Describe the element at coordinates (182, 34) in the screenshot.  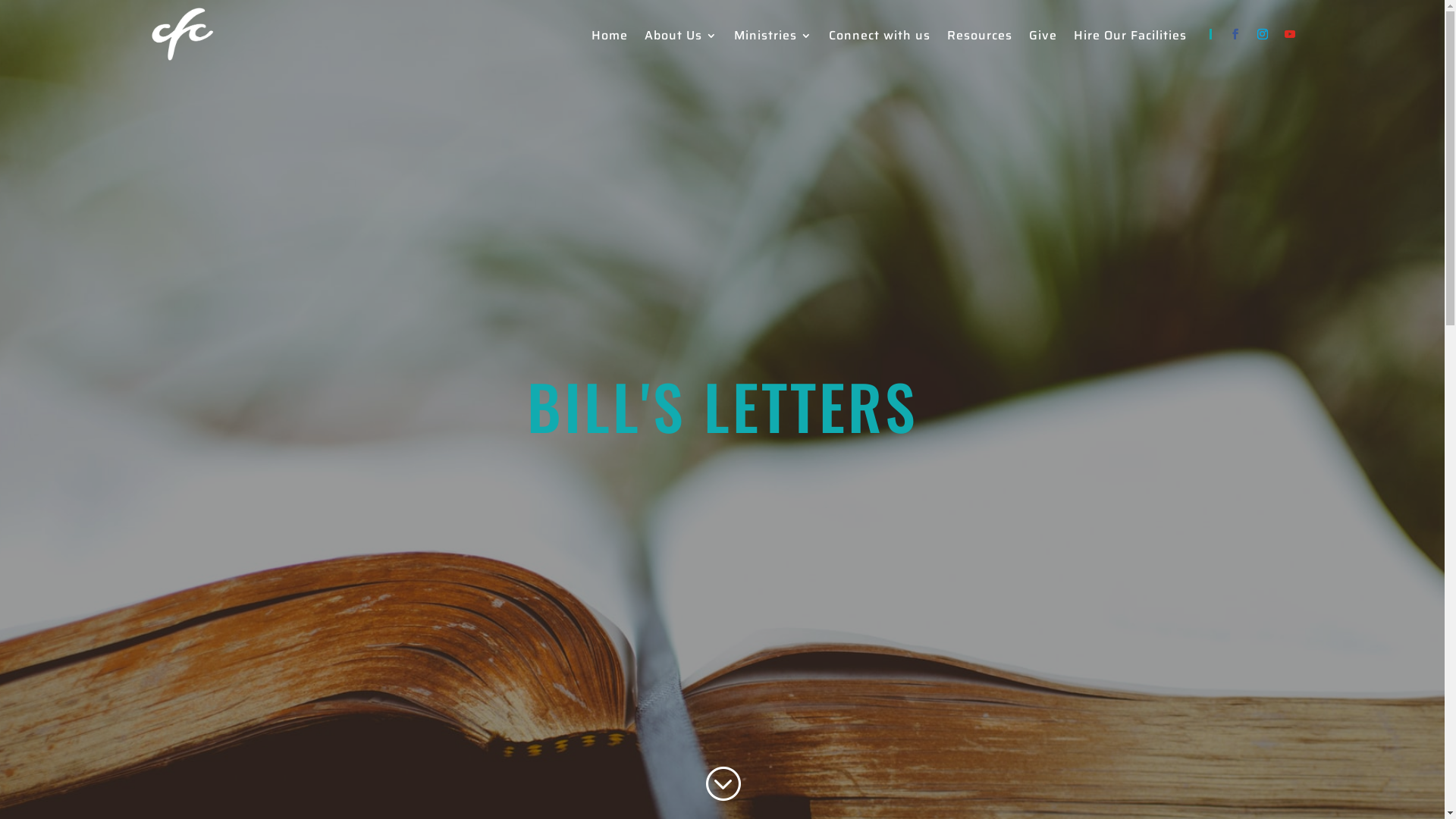
I see `'cfc'` at that location.